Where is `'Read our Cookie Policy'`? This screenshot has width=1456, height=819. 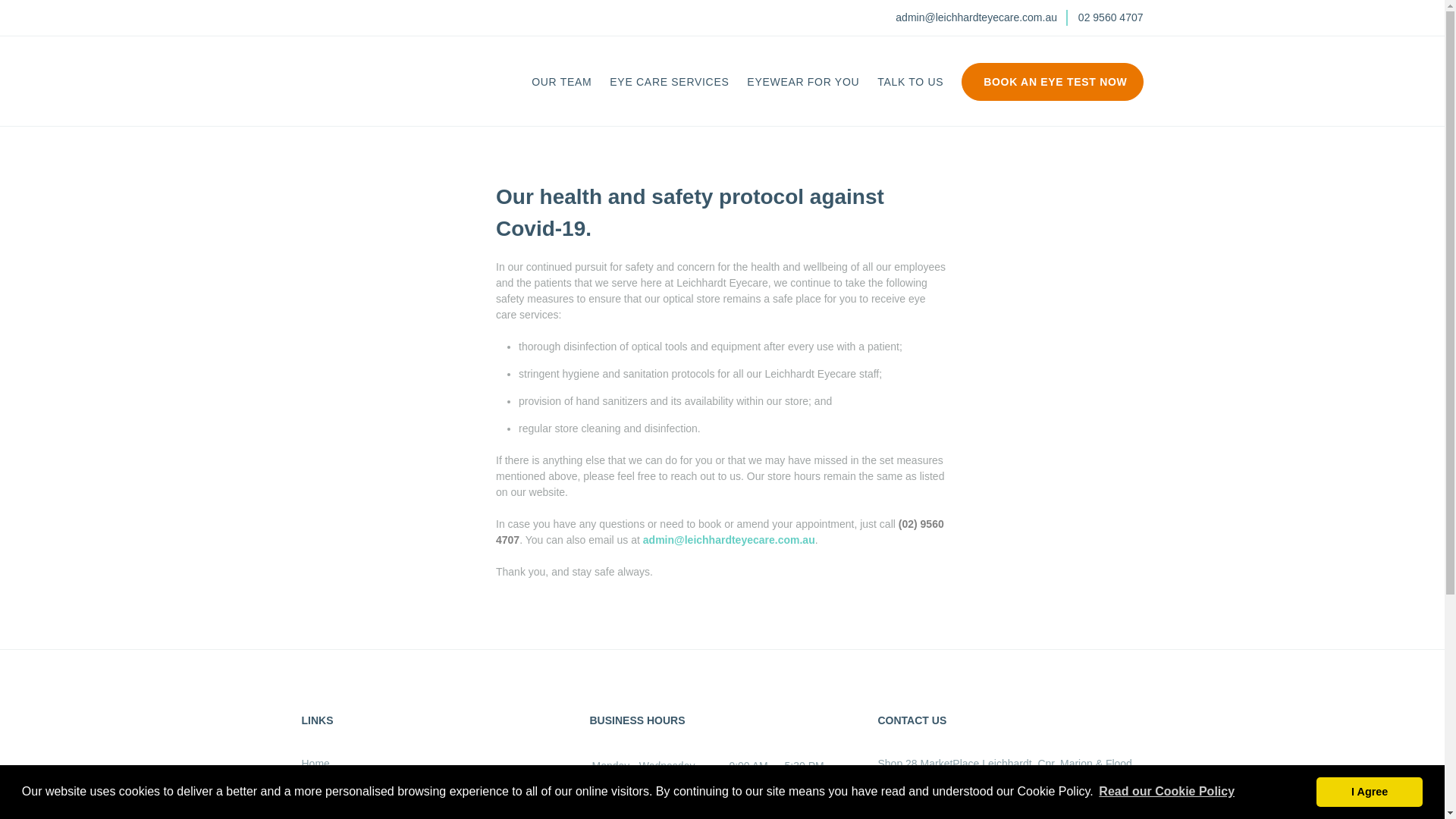 'Read our Cookie Policy' is located at coordinates (1166, 791).